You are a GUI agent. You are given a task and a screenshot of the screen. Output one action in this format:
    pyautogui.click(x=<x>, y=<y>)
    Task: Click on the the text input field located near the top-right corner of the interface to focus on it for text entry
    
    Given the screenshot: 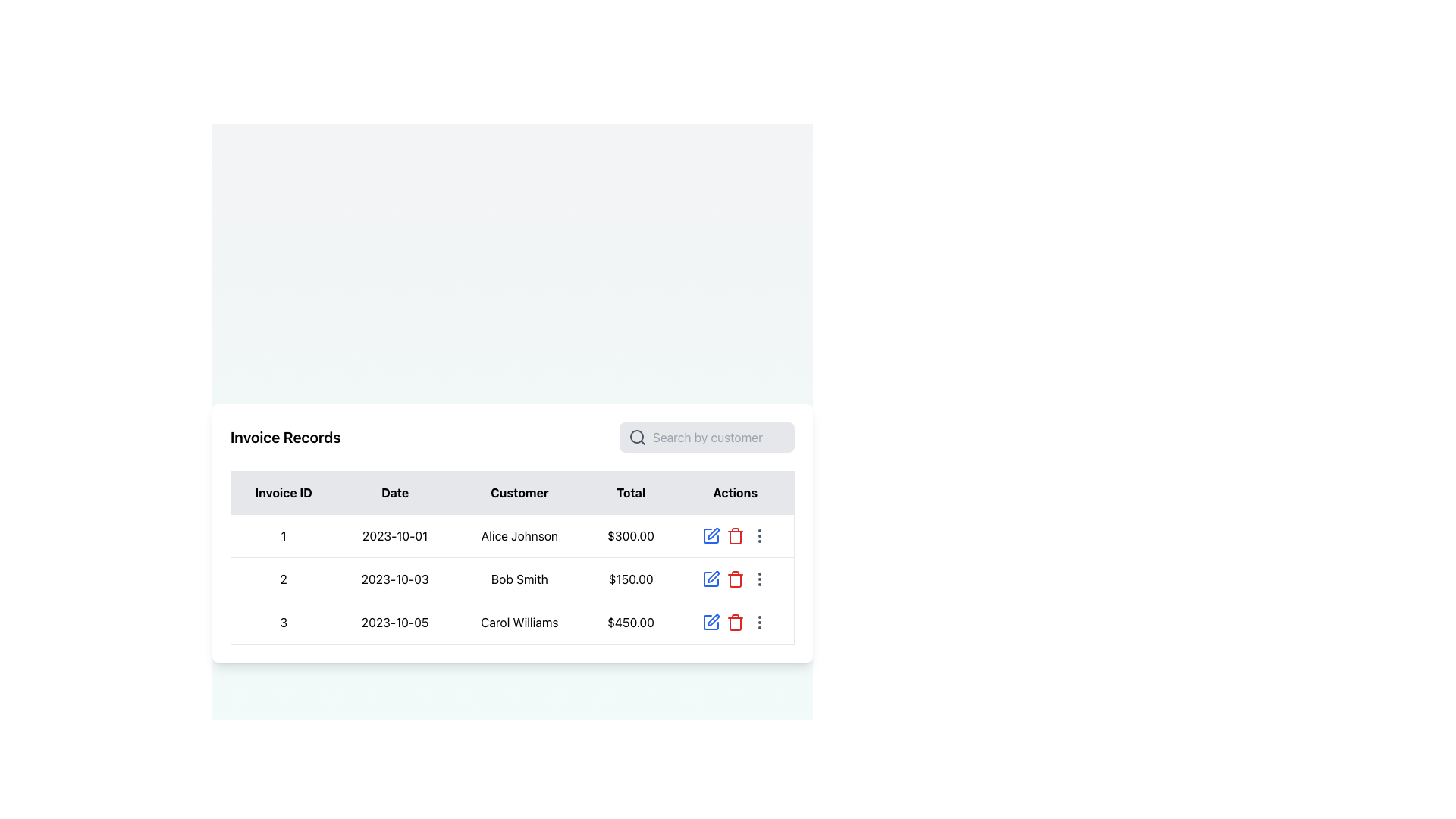 What is the action you would take?
    pyautogui.click(x=718, y=437)
    